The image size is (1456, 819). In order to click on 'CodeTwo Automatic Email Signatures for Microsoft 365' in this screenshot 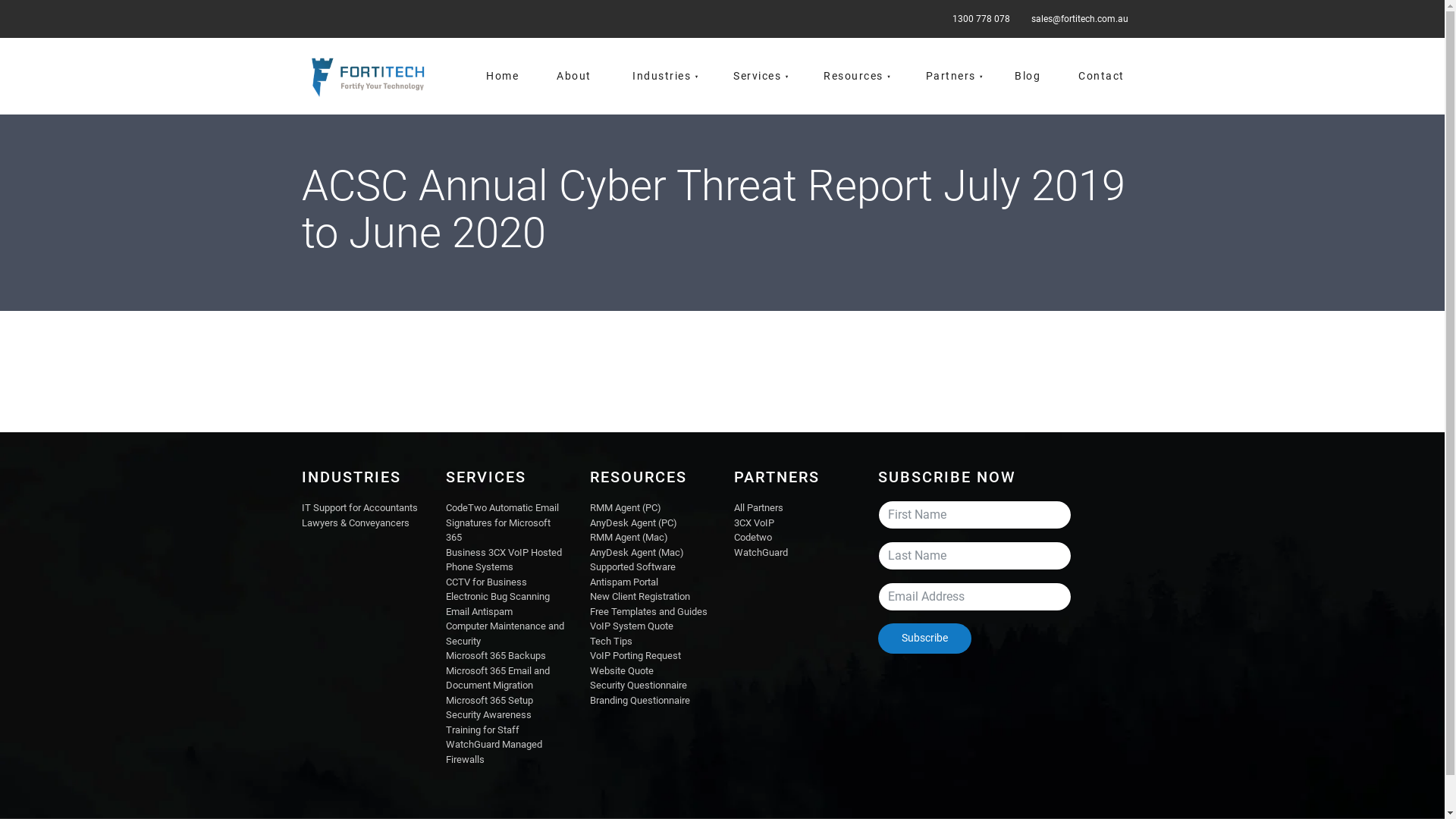, I will do `click(445, 522)`.